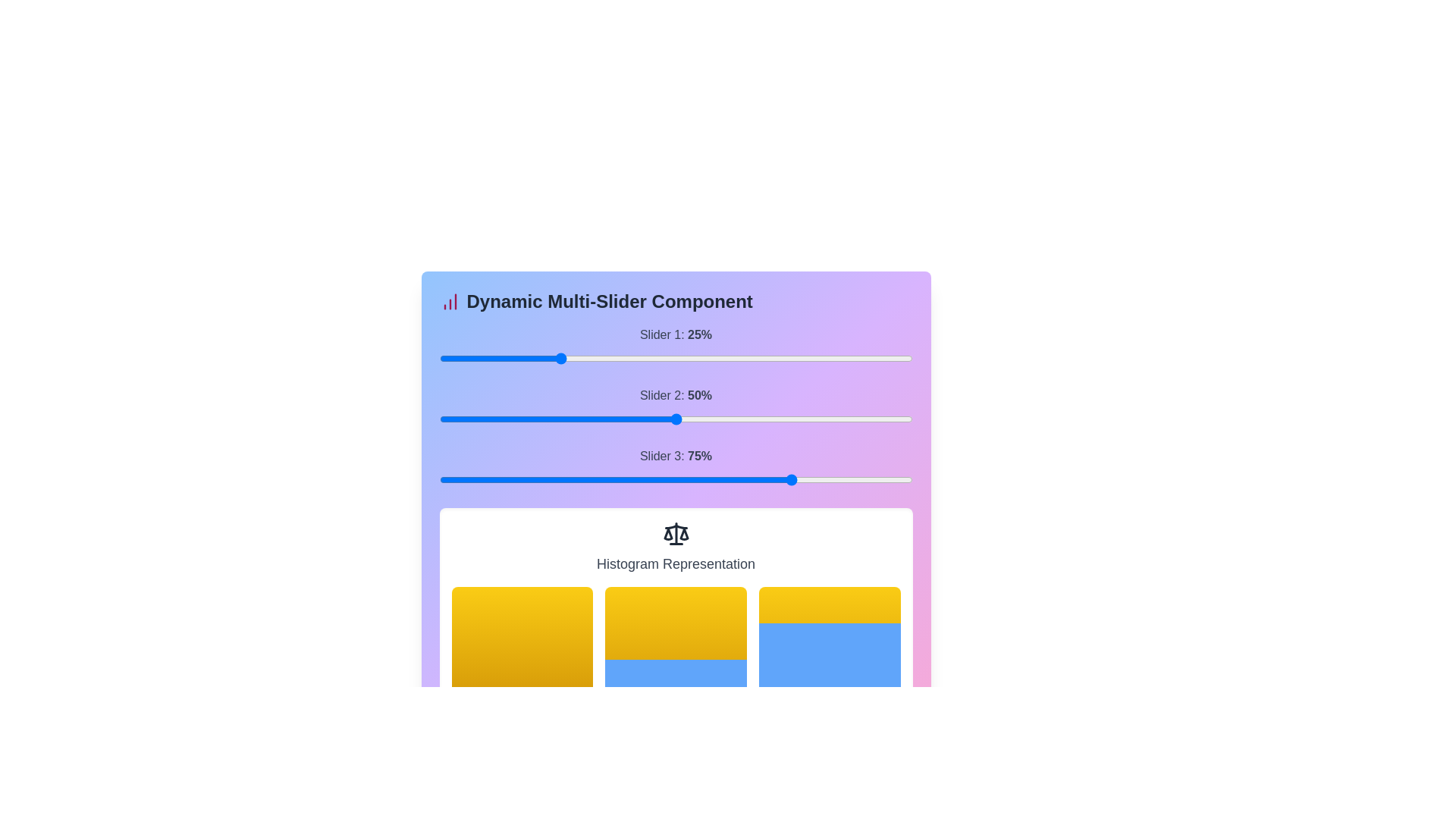 The width and height of the screenshot is (1456, 819). What do you see at coordinates (891, 359) in the screenshot?
I see `the slider 1 to 91% to observe histogram changes` at bounding box center [891, 359].